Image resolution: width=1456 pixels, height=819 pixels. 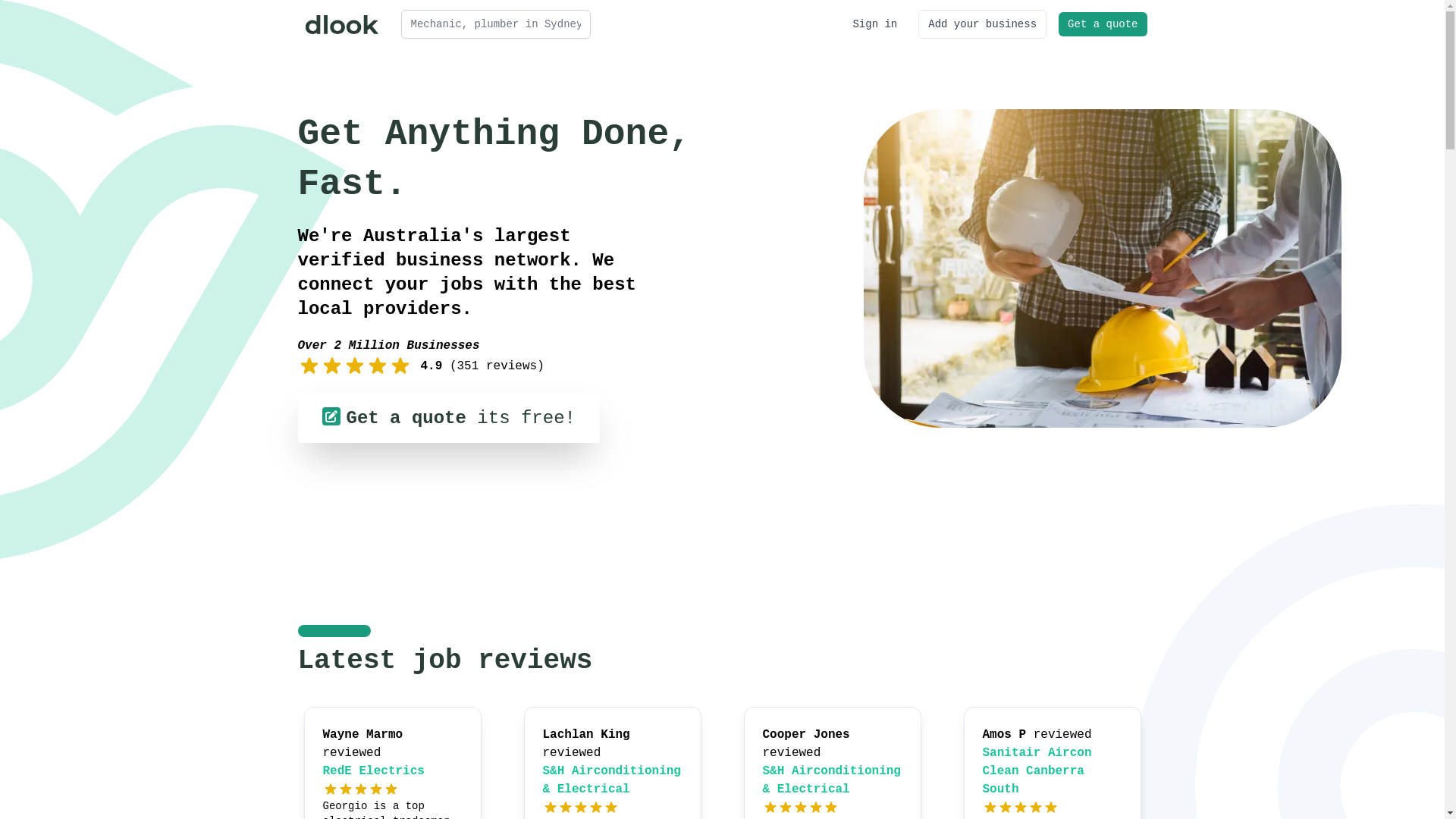 I want to click on 'Add your business', so click(x=982, y=24).